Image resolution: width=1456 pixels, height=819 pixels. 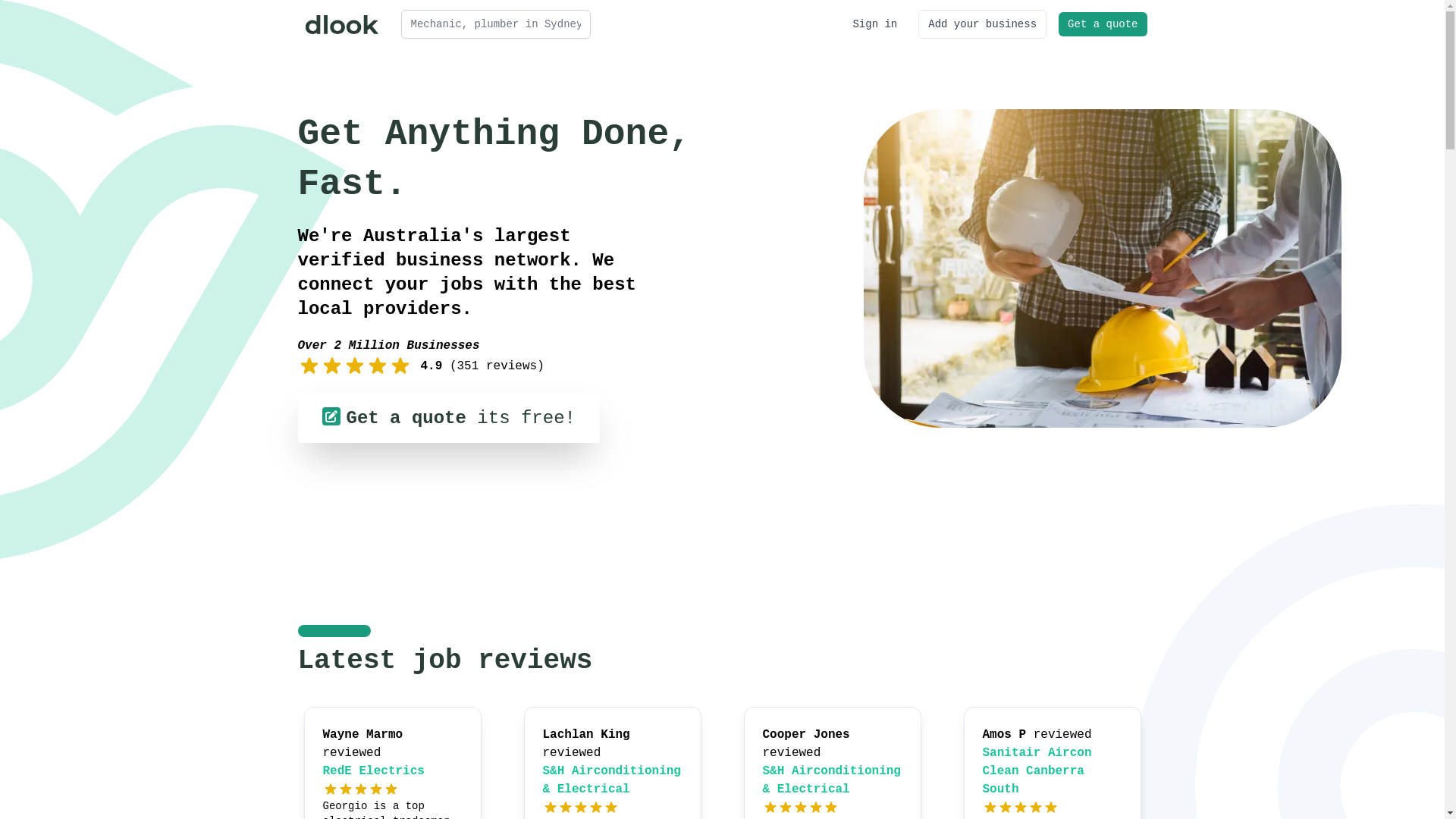 I want to click on 'Add your business', so click(x=982, y=24).